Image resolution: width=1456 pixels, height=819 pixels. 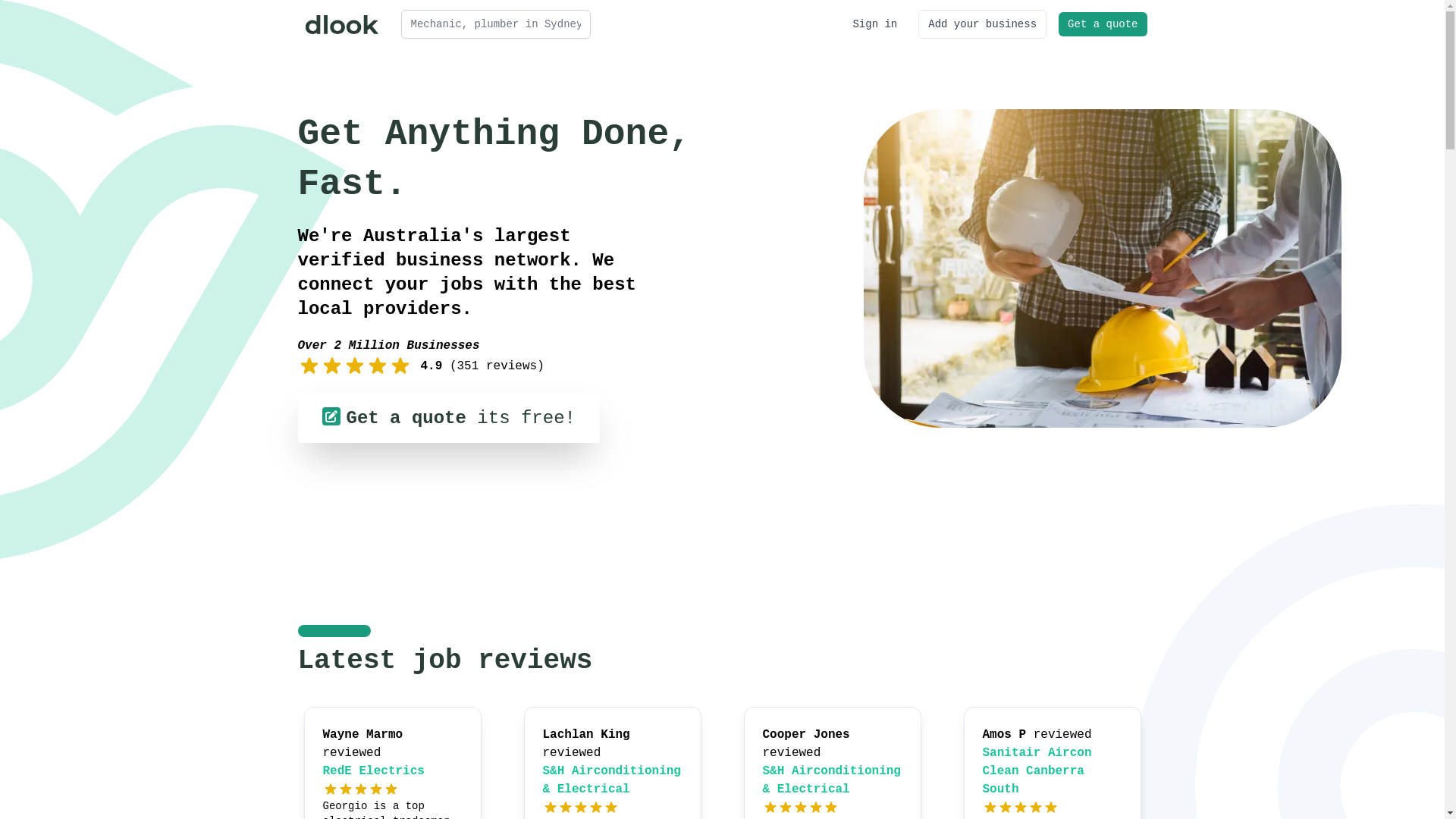 I want to click on 'Add your business', so click(x=982, y=24).